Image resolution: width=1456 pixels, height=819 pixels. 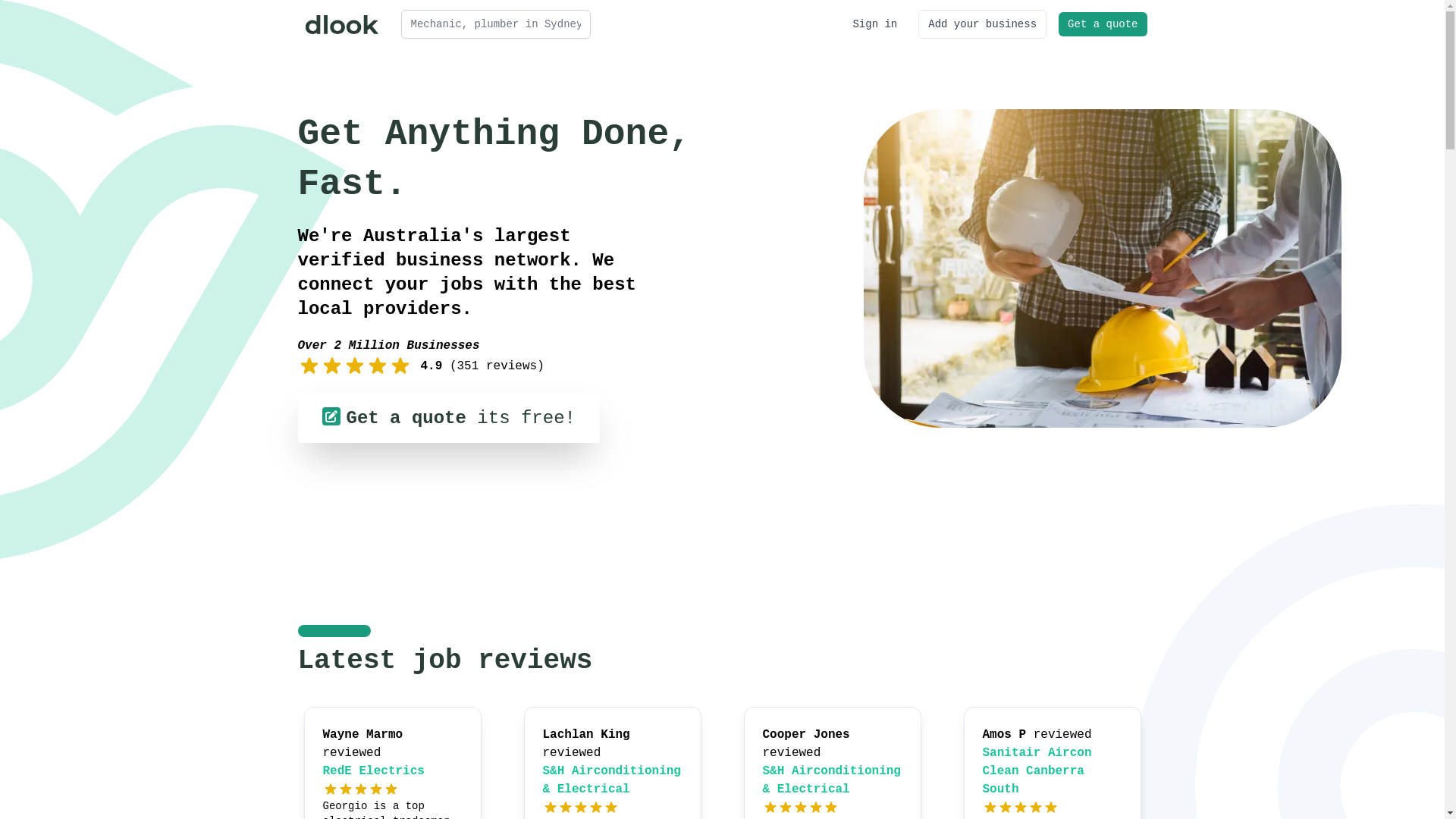 I want to click on 'Add your business', so click(x=982, y=24).